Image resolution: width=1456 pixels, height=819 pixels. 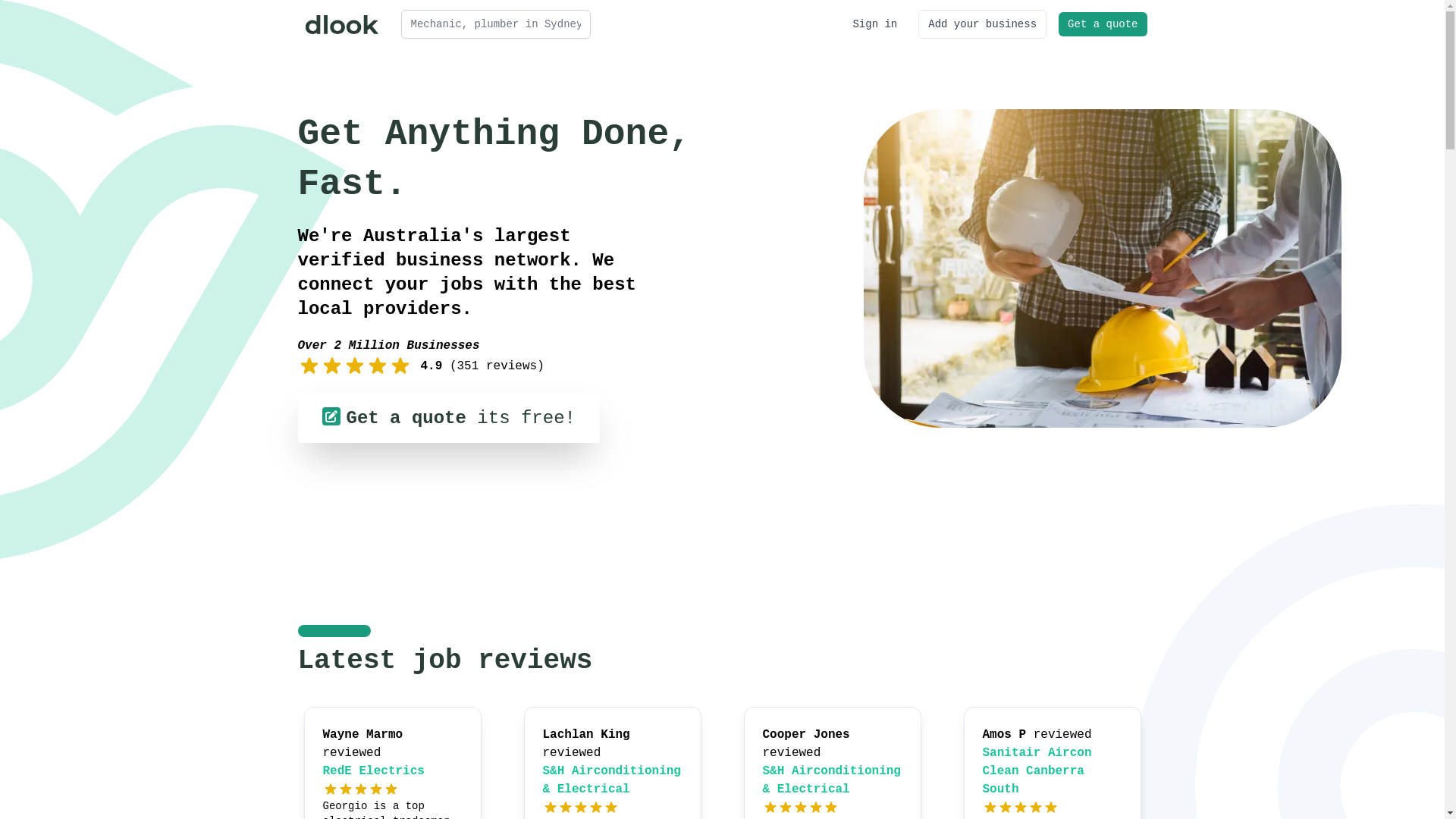 I want to click on 'Add your business', so click(x=982, y=24).